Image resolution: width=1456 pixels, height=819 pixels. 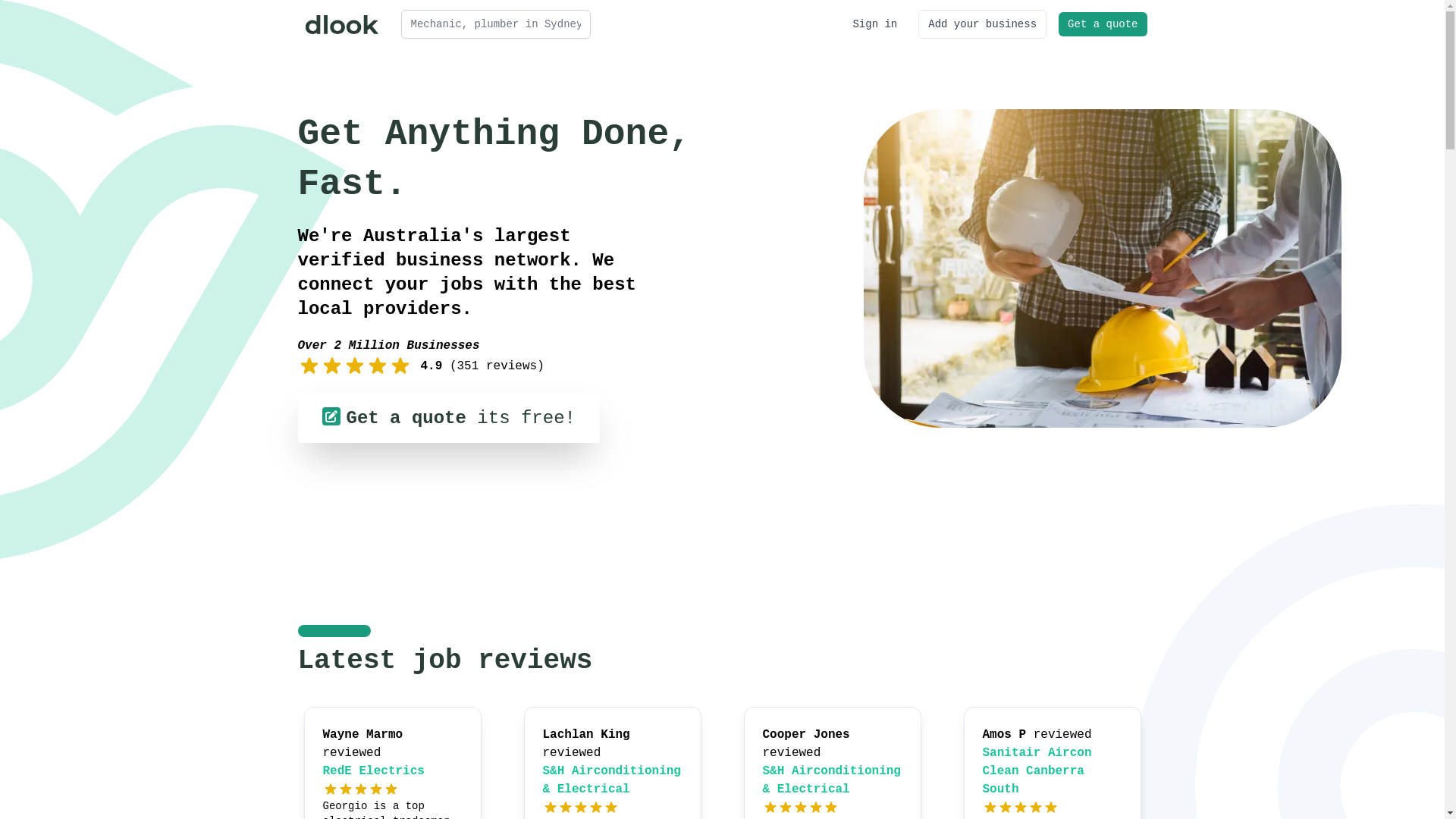 I want to click on 'Add your business', so click(x=982, y=24).